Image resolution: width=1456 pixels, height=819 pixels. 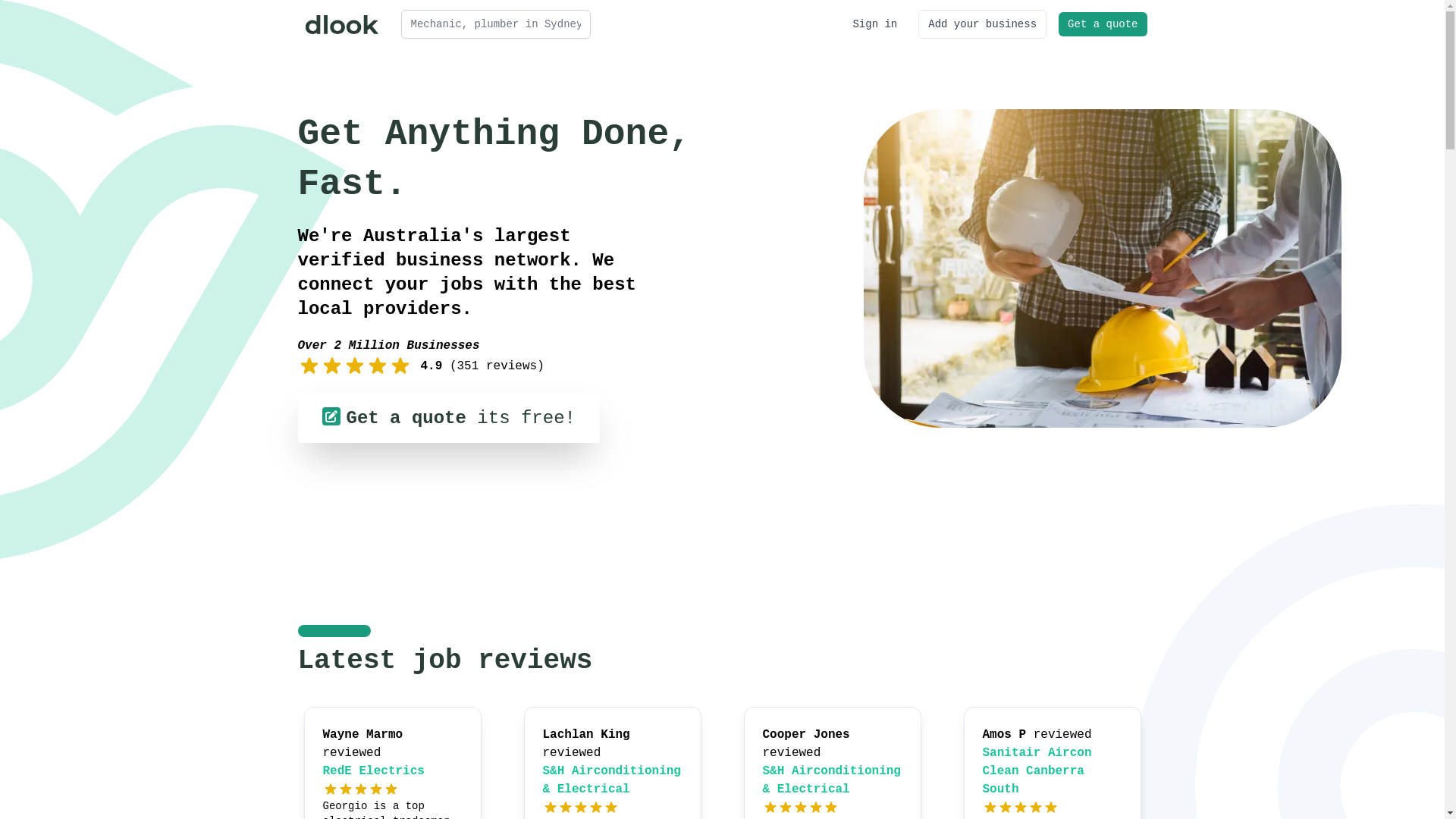 I want to click on 'Add your business', so click(x=982, y=24).